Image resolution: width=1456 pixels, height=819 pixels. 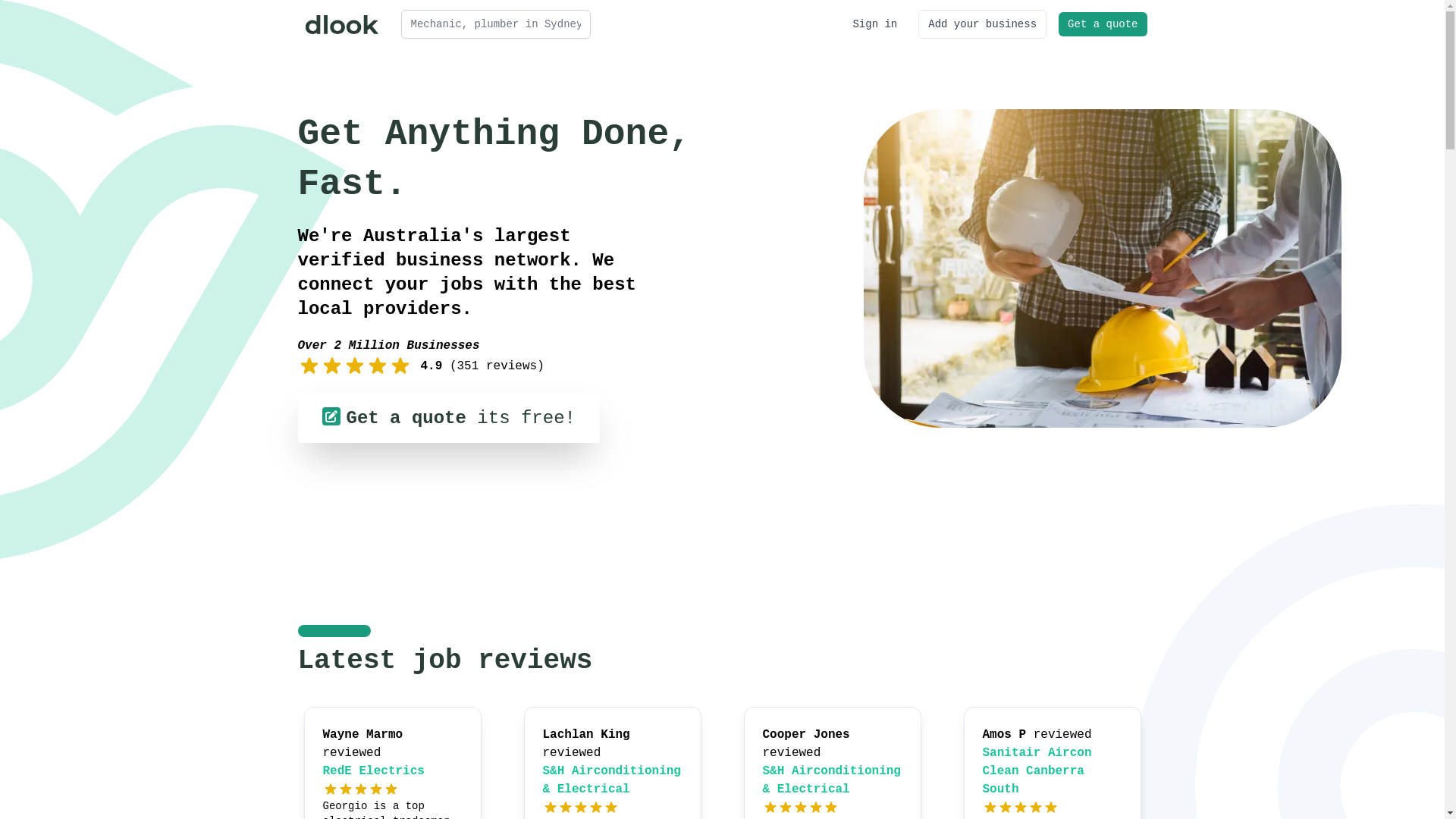 I want to click on 'Add your business', so click(x=982, y=24).